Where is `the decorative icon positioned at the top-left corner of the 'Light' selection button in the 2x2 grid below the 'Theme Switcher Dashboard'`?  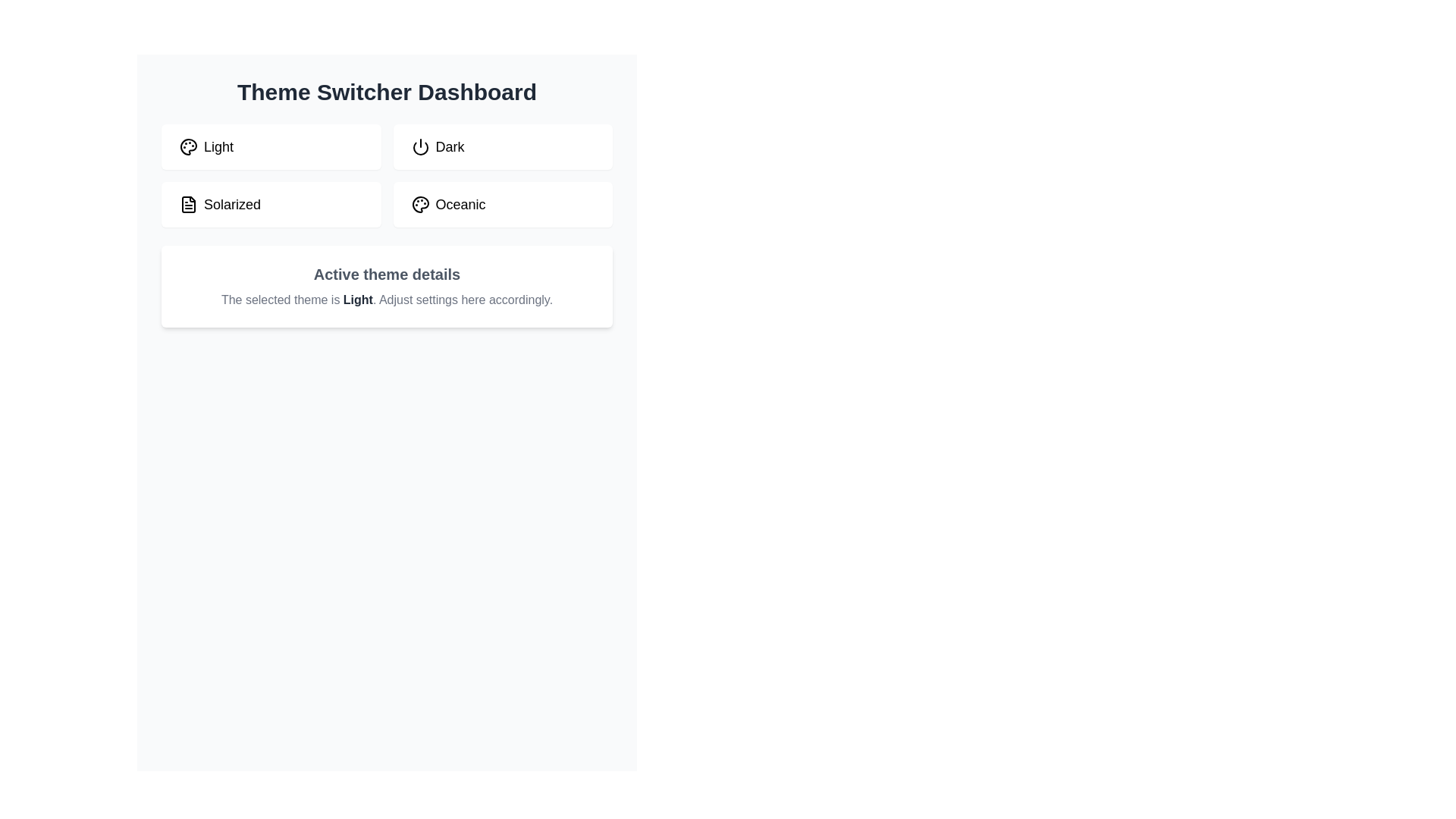
the decorative icon positioned at the top-left corner of the 'Light' selection button in the 2x2 grid below the 'Theme Switcher Dashboard' is located at coordinates (188, 146).